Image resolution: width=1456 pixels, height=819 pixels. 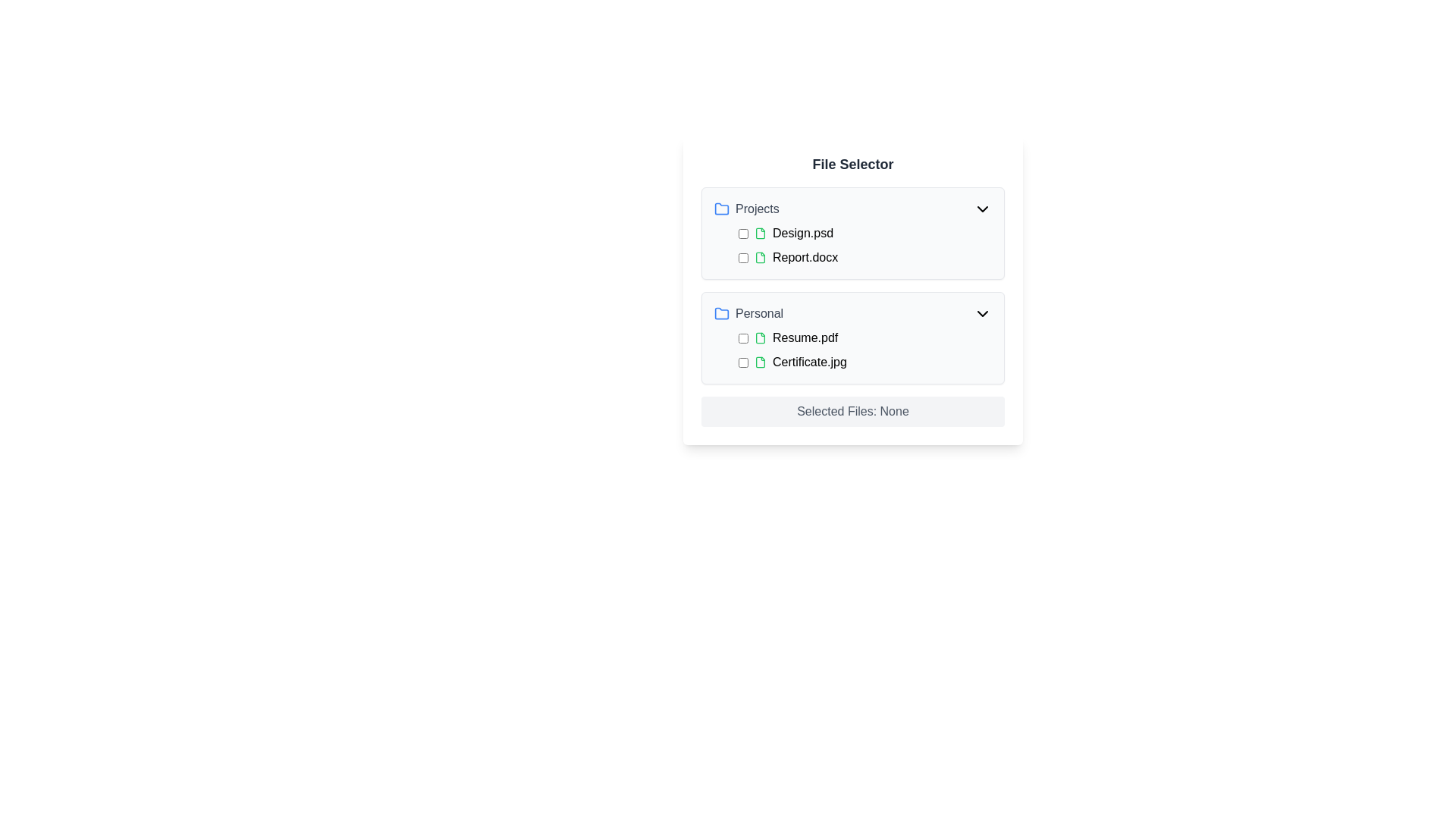 What do you see at coordinates (761, 256) in the screenshot?
I see `the icon representing the file type or status of 'Report.docx' located in the 'Projects' section of the File Selector interface` at bounding box center [761, 256].